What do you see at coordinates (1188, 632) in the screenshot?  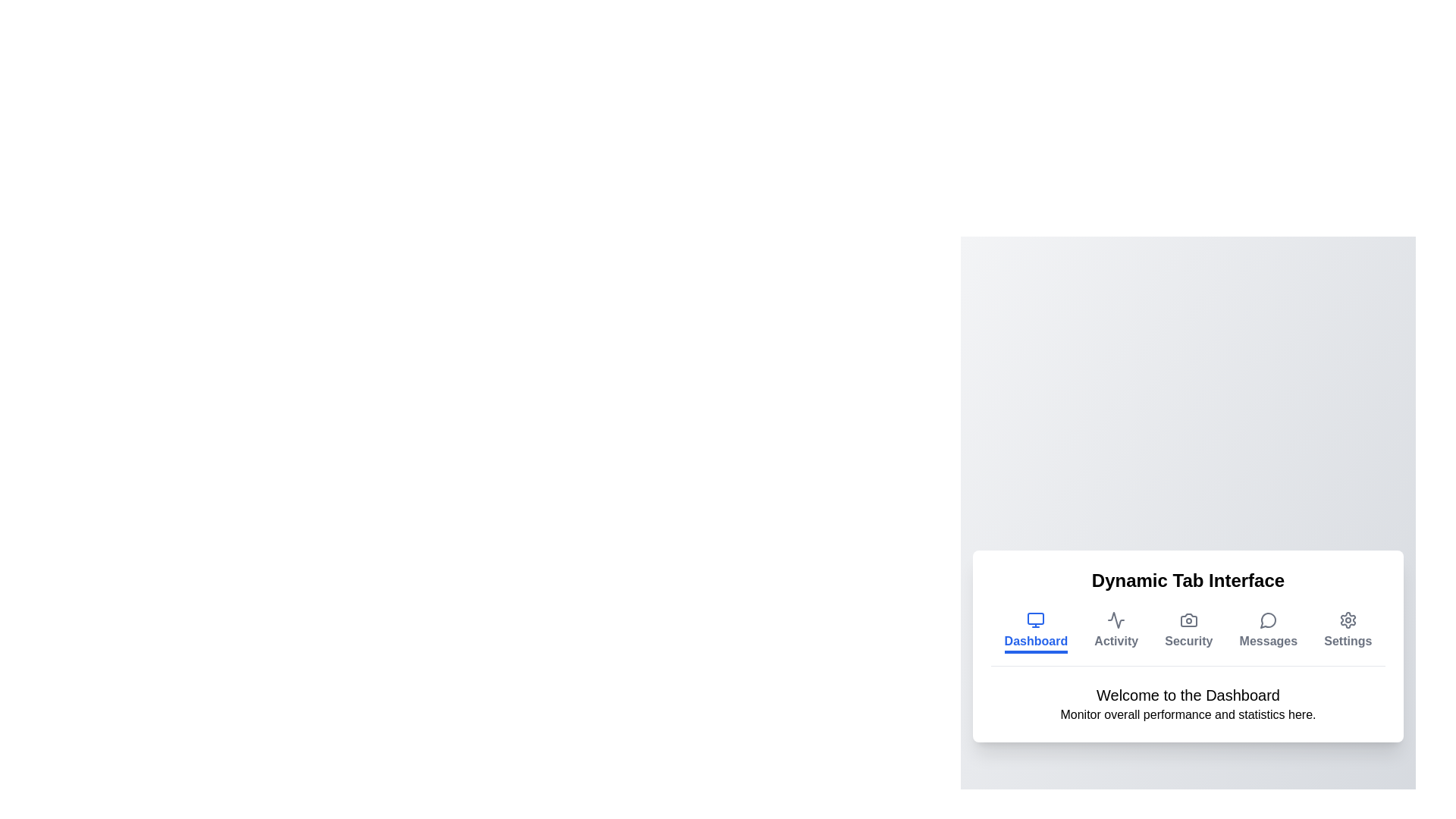 I see `the third button in the horizontal navigation menu` at bounding box center [1188, 632].